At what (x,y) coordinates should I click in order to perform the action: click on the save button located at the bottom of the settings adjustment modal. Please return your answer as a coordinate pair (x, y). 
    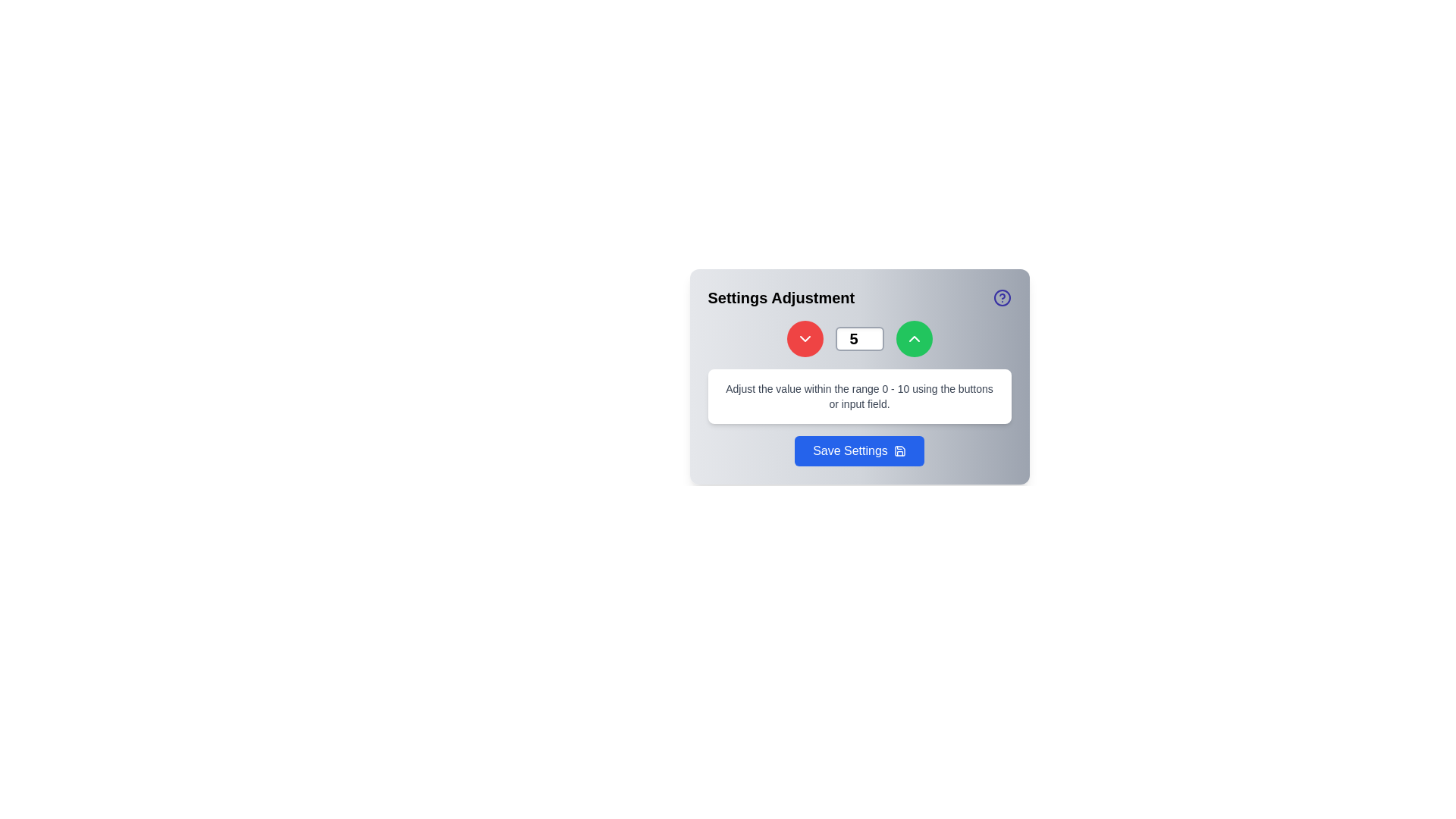
    Looking at the image, I should click on (859, 450).